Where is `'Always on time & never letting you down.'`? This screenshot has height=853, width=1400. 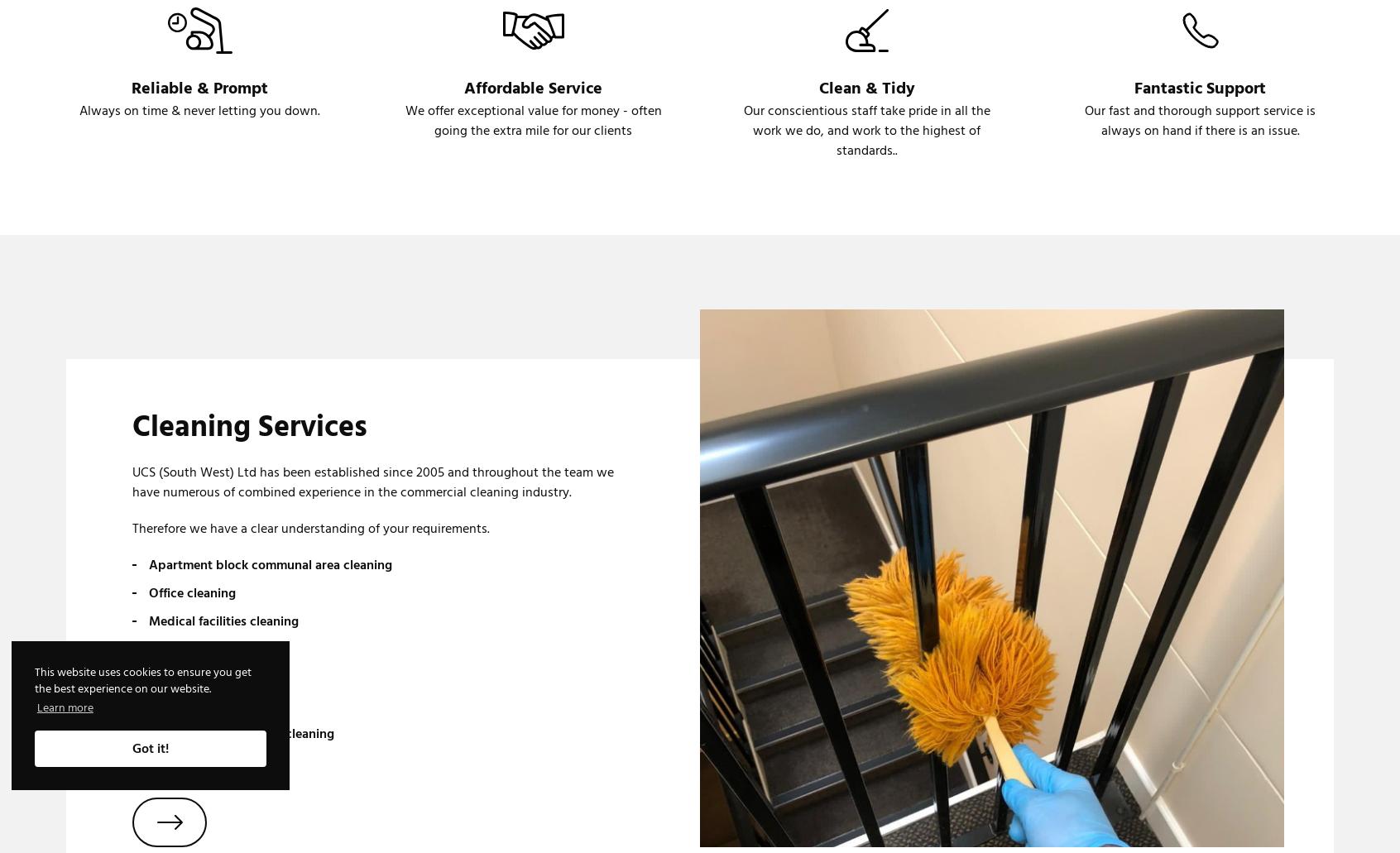 'Always on time & never letting you down.' is located at coordinates (199, 110).